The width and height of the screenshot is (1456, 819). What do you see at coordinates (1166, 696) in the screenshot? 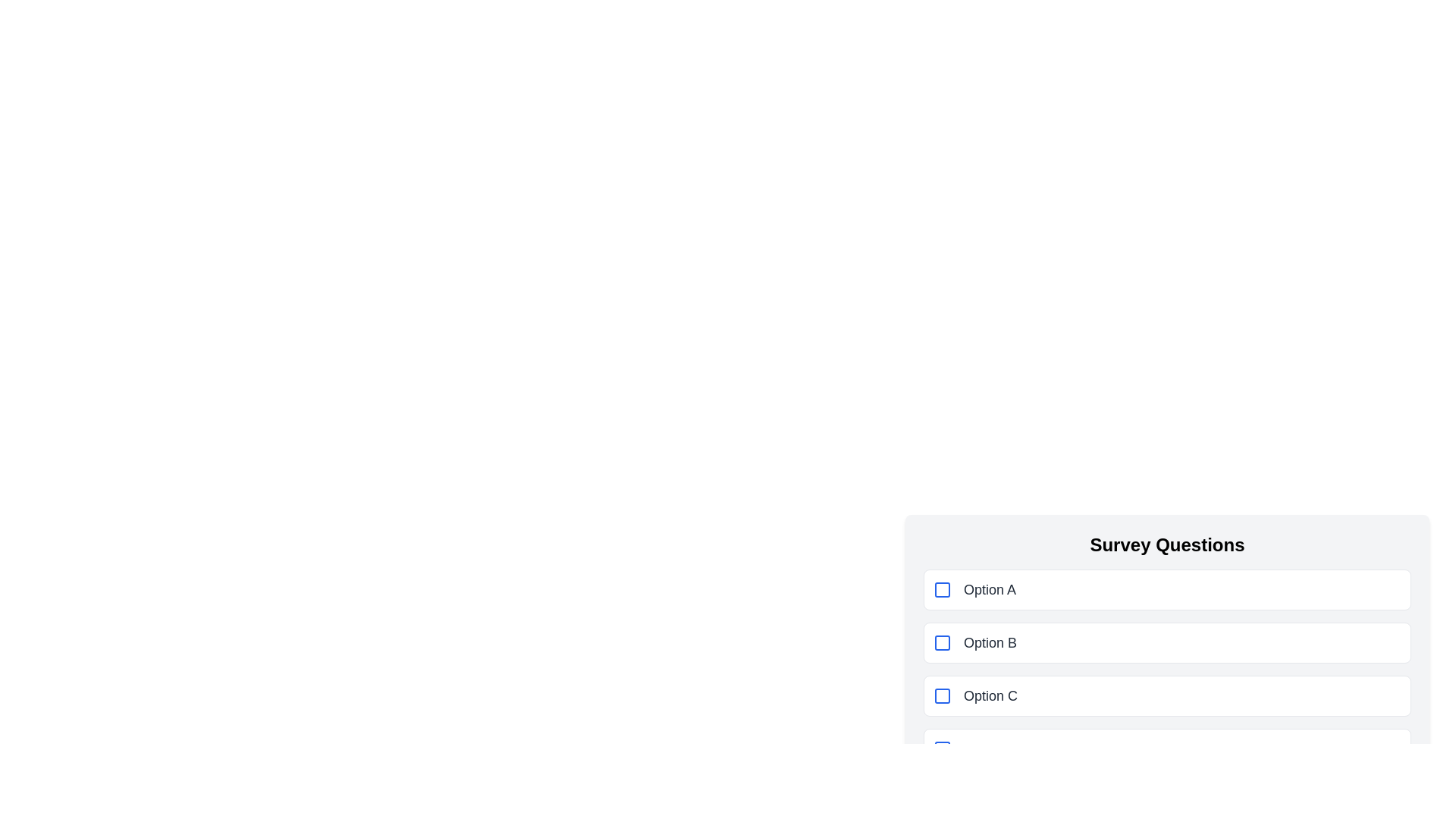
I see `the checkbox for 'Option C'` at bounding box center [1166, 696].